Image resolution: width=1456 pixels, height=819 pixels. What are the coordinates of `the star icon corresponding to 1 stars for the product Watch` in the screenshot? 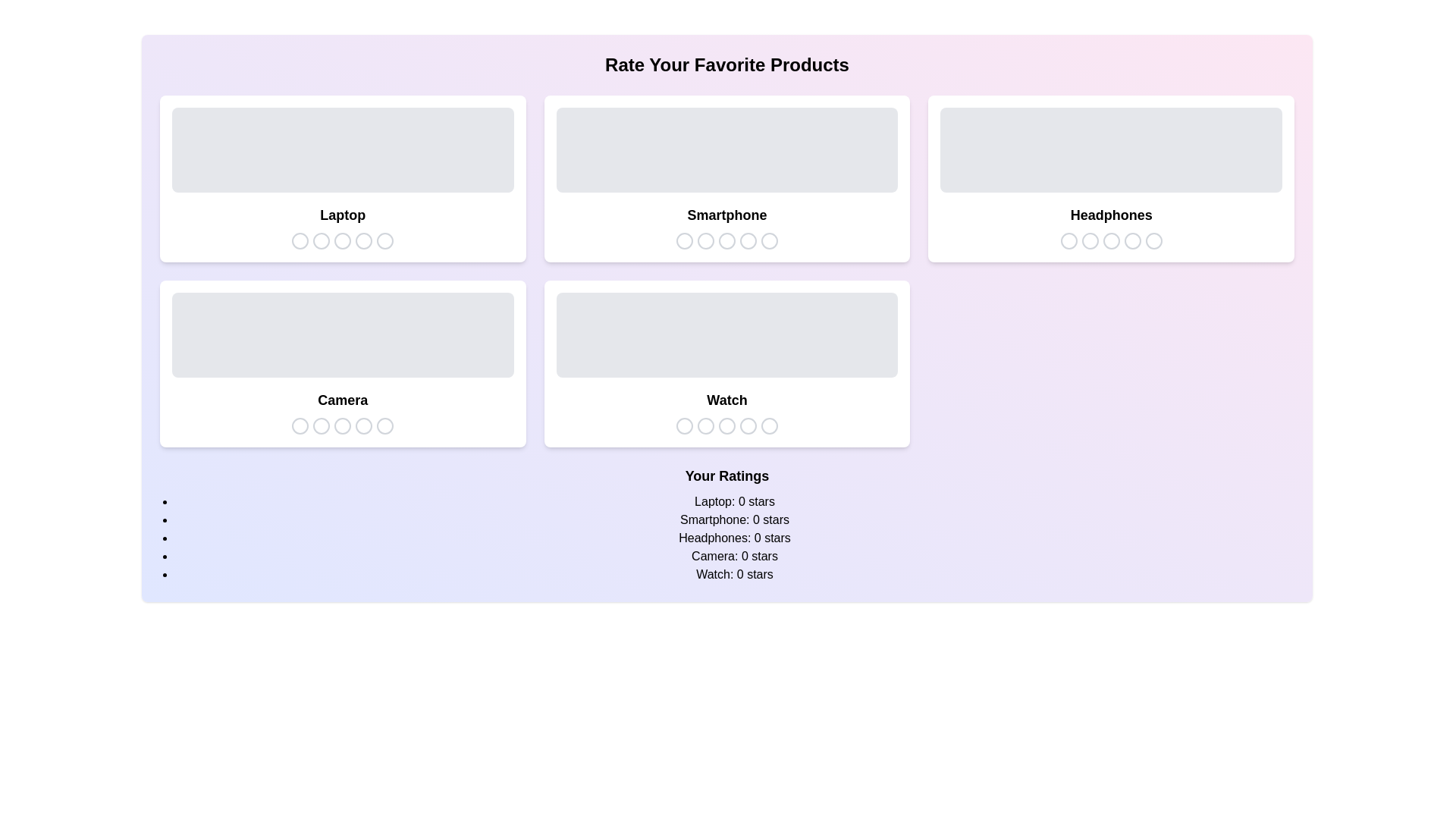 It's located at (683, 426).